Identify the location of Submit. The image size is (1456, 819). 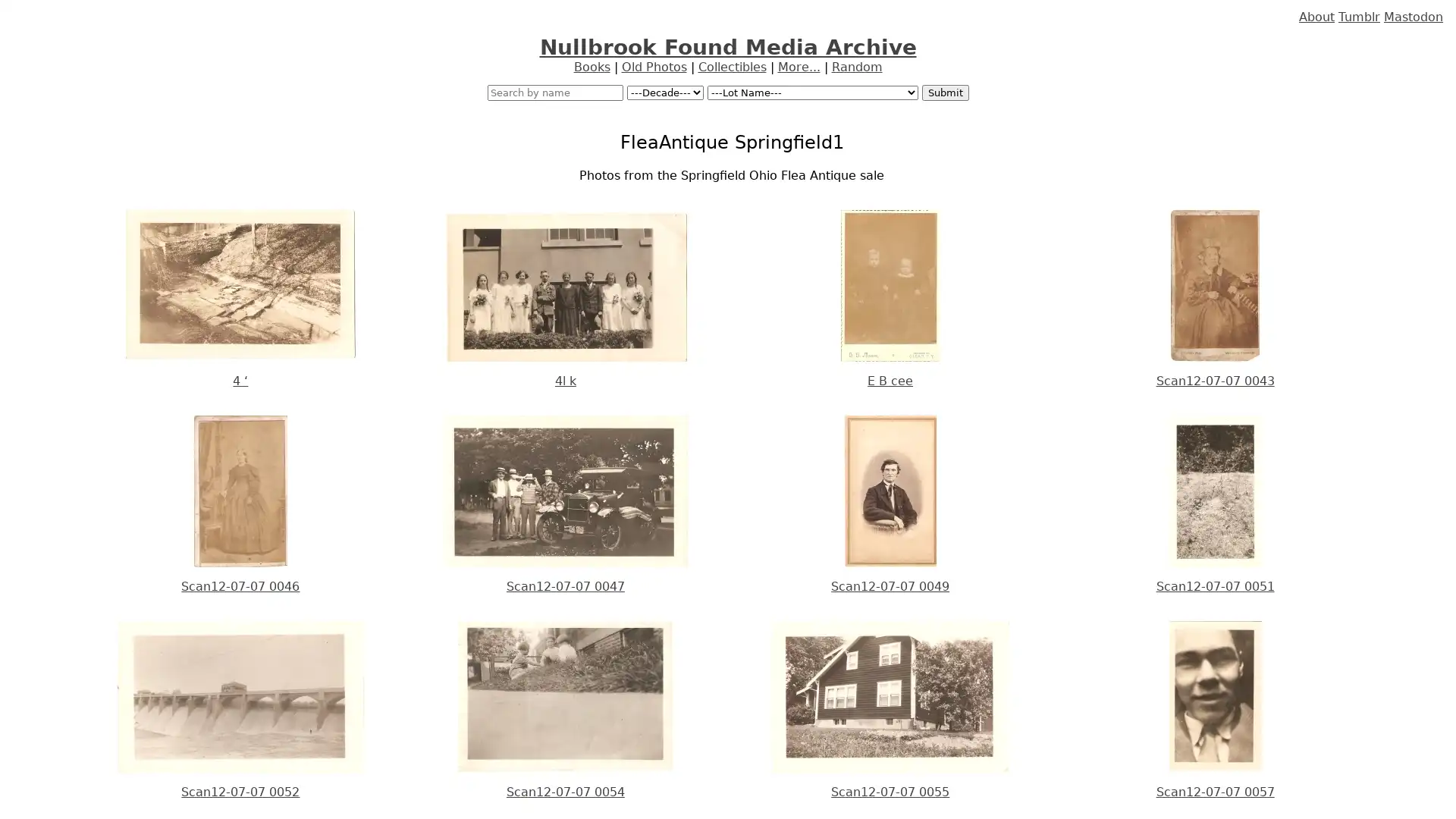
(944, 93).